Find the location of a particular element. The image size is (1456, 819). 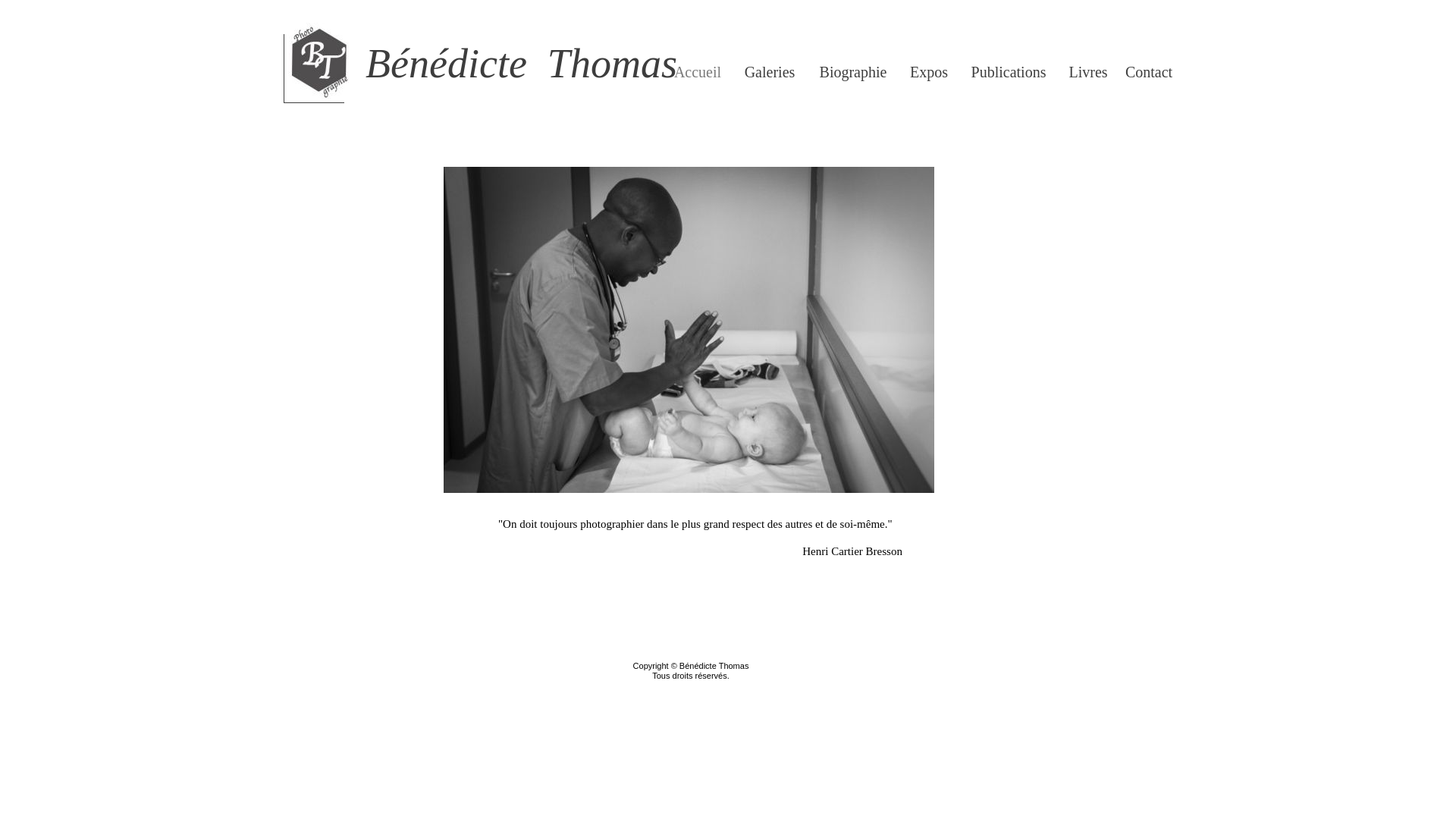

'Expos' is located at coordinates (902, 72).